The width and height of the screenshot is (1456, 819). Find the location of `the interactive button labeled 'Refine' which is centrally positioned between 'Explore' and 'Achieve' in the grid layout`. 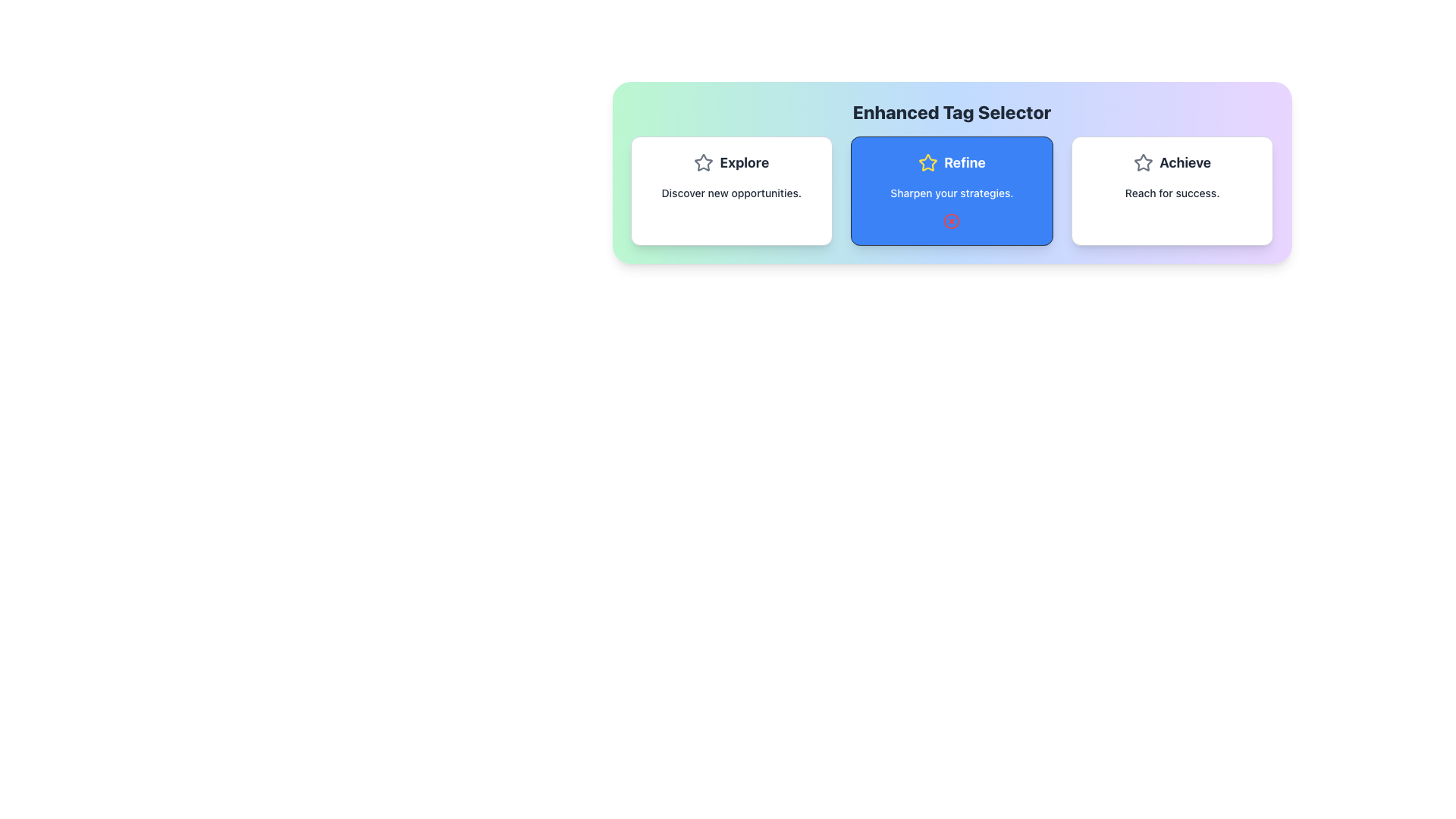

the interactive button labeled 'Refine' which is centrally positioned between 'Explore' and 'Achieve' in the grid layout is located at coordinates (951, 190).